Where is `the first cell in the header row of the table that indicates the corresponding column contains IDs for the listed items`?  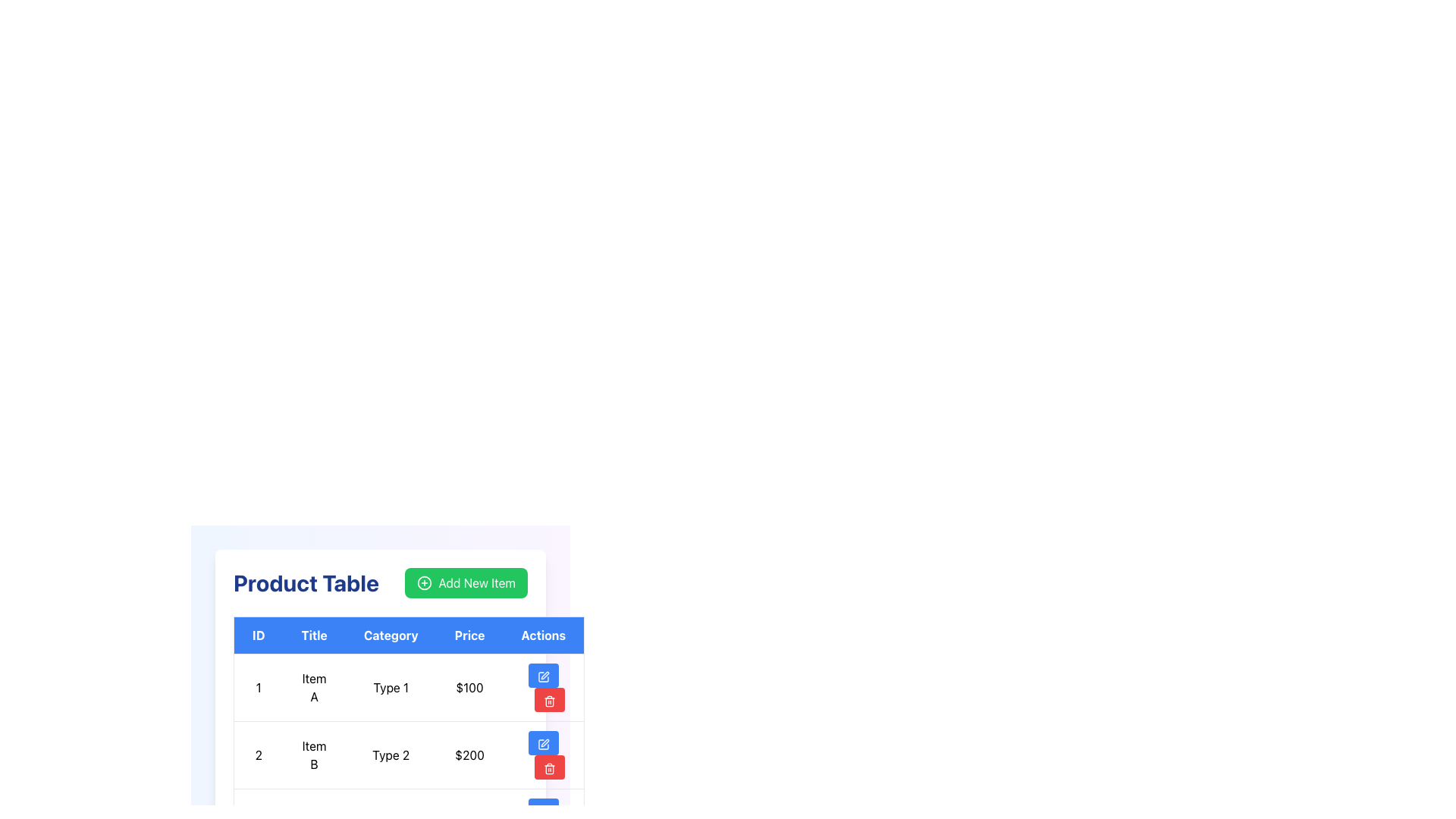
the first cell in the header row of the table that indicates the corresponding column contains IDs for the listed items is located at coordinates (258, 635).